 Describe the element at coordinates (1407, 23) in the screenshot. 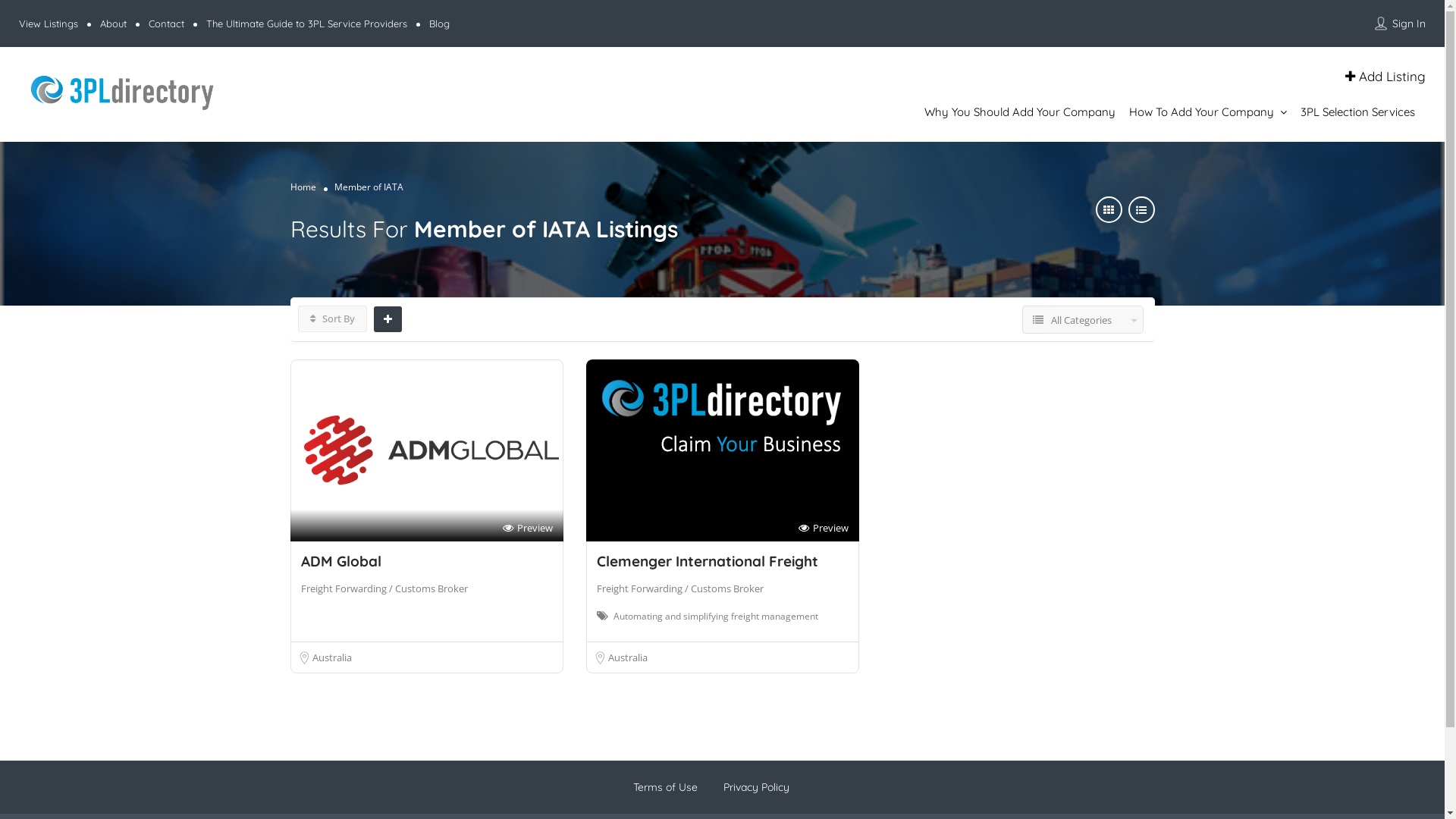

I see `'Sign In'` at that location.